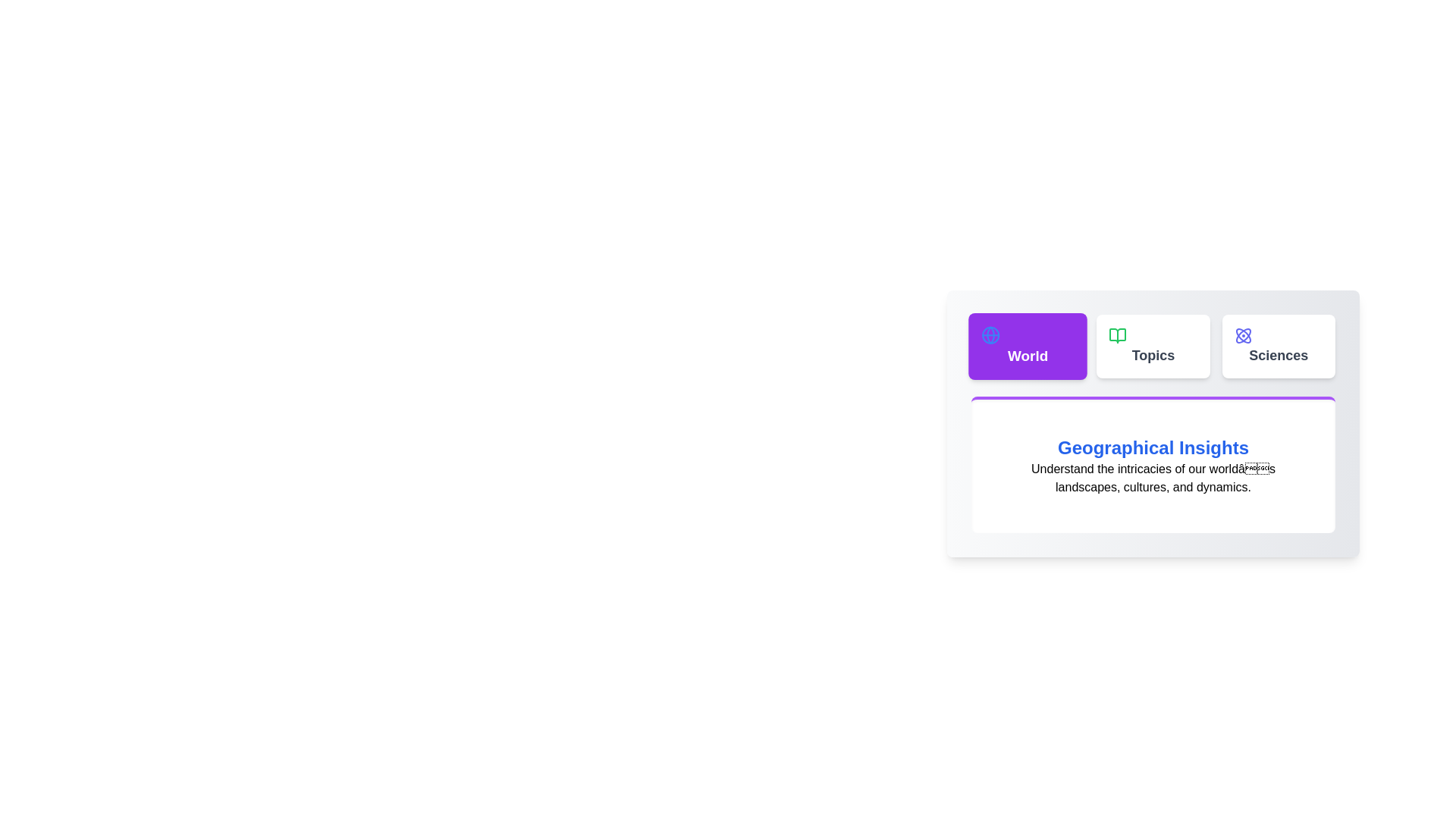  What do you see at coordinates (1028, 346) in the screenshot?
I see `the tab labeled World to preview its interaction` at bounding box center [1028, 346].